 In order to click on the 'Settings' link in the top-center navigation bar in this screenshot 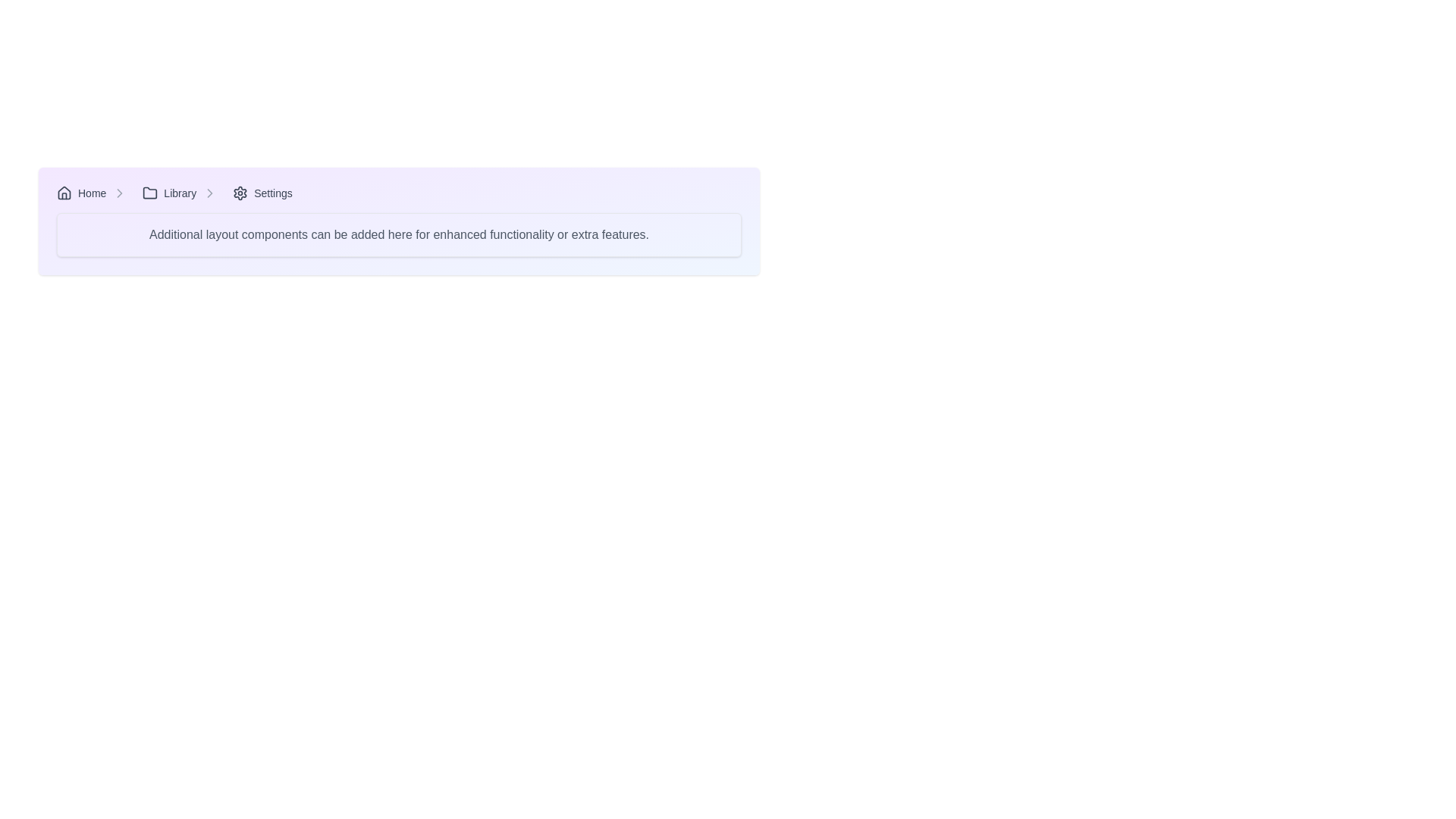, I will do `click(262, 192)`.